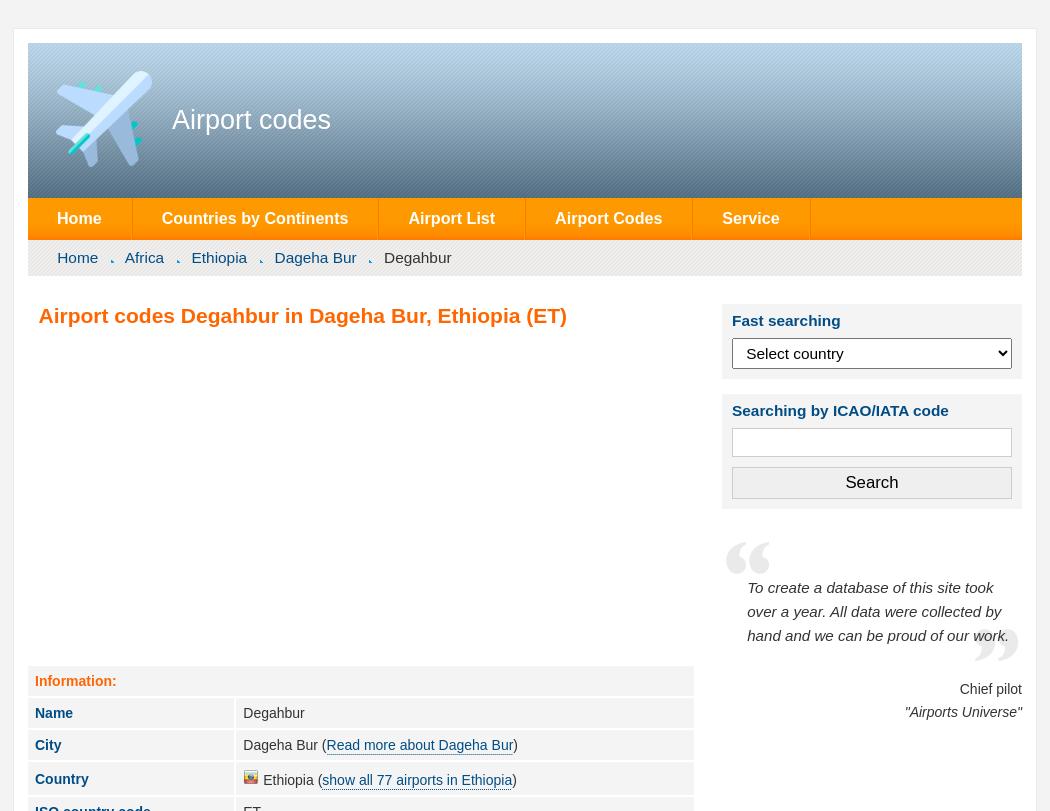 The width and height of the screenshot is (1050, 811). What do you see at coordinates (418, 743) in the screenshot?
I see `'Read more about Dageha Bur'` at bounding box center [418, 743].